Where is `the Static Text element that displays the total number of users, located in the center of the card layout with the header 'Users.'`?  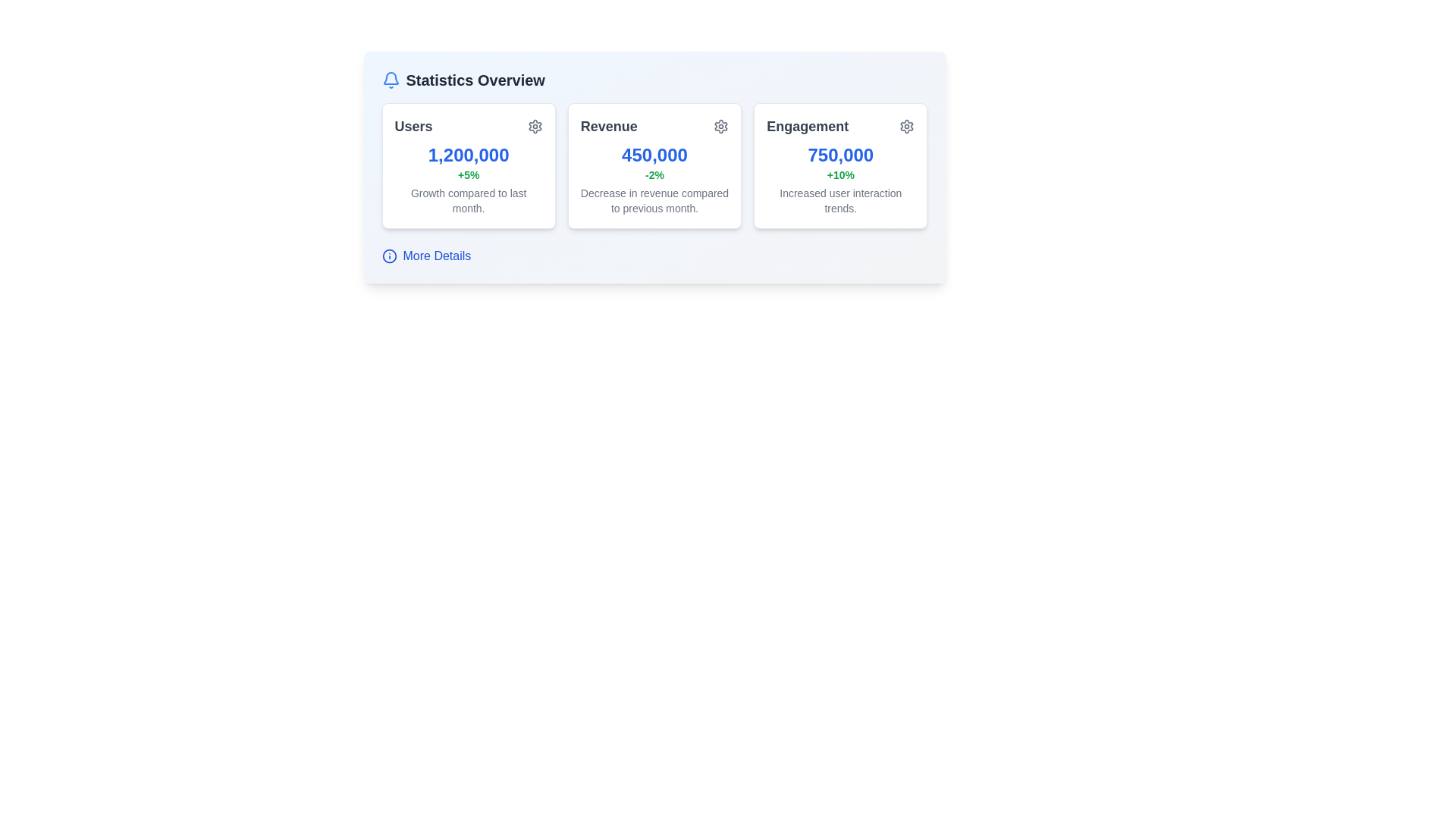 the Static Text element that displays the total number of users, located in the center of the card layout with the header 'Users.' is located at coordinates (468, 155).